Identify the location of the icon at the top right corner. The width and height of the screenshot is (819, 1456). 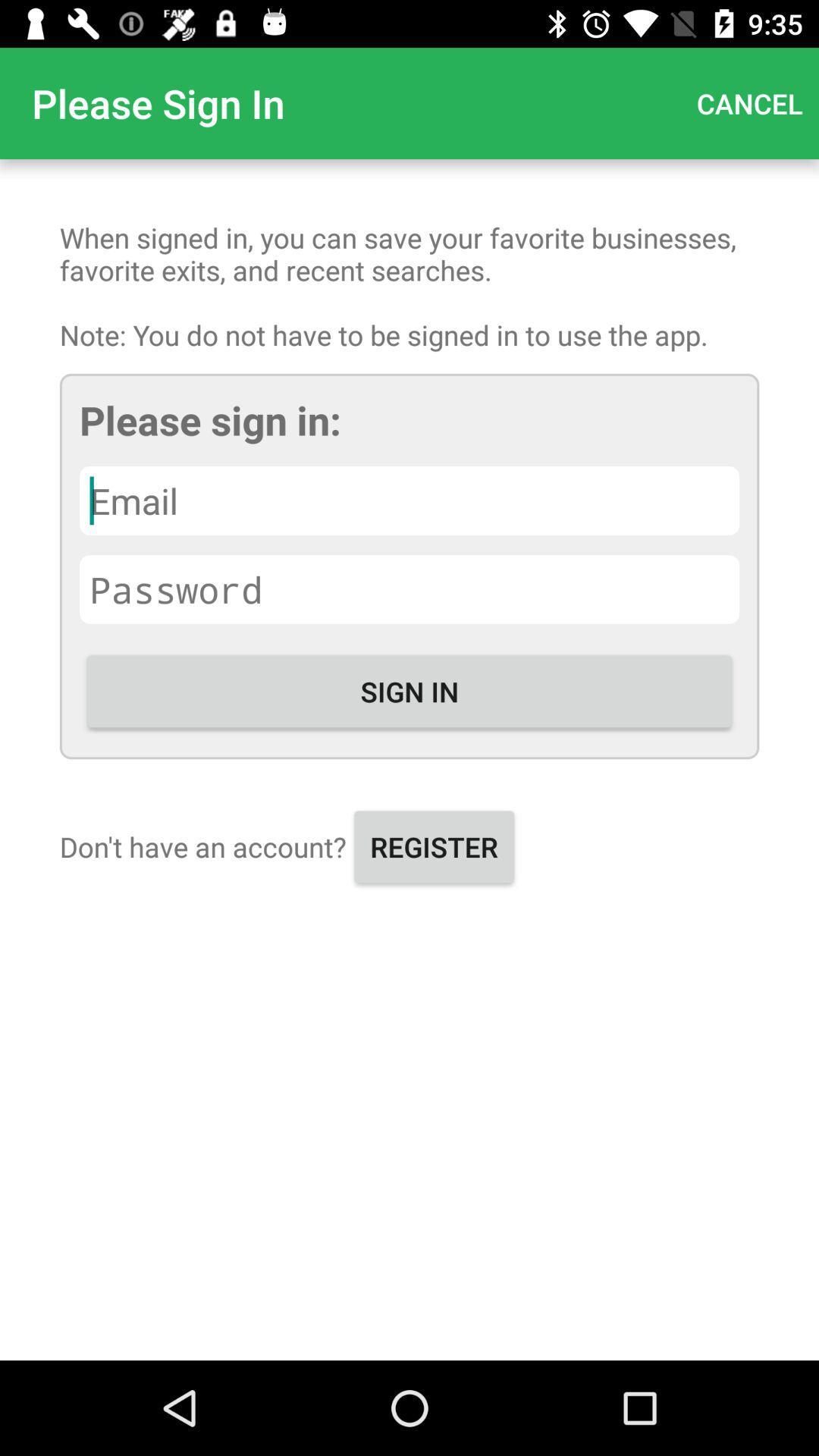
(748, 102).